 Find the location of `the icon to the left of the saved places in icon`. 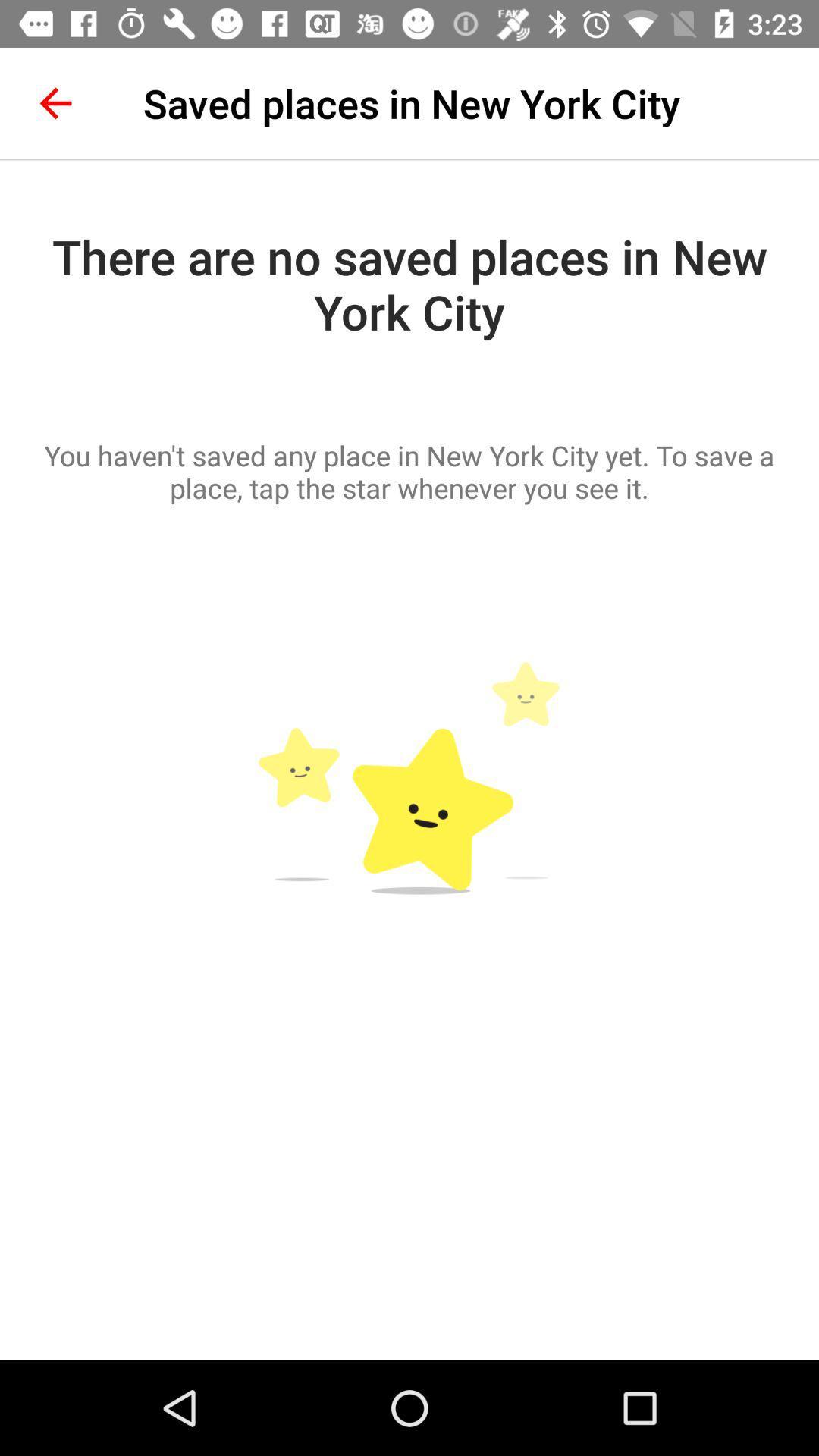

the icon to the left of the saved places in icon is located at coordinates (55, 102).